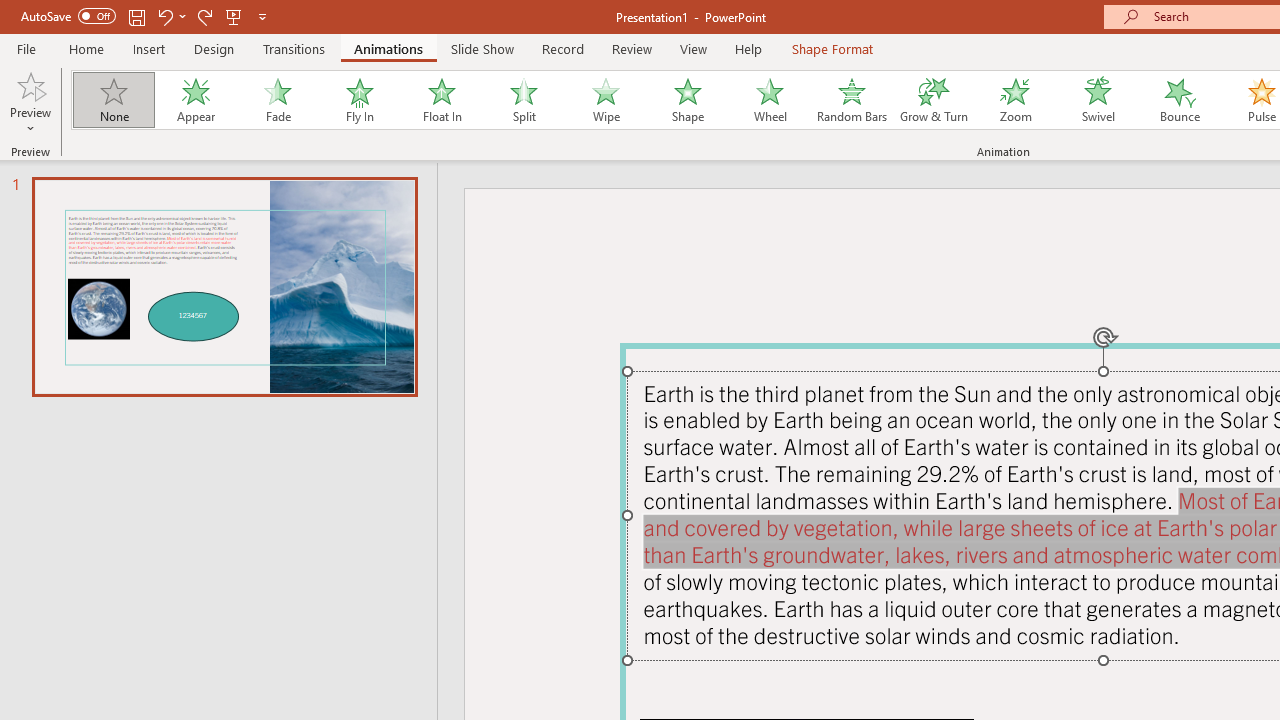  Describe the element at coordinates (30, 103) in the screenshot. I see `'Preview'` at that location.